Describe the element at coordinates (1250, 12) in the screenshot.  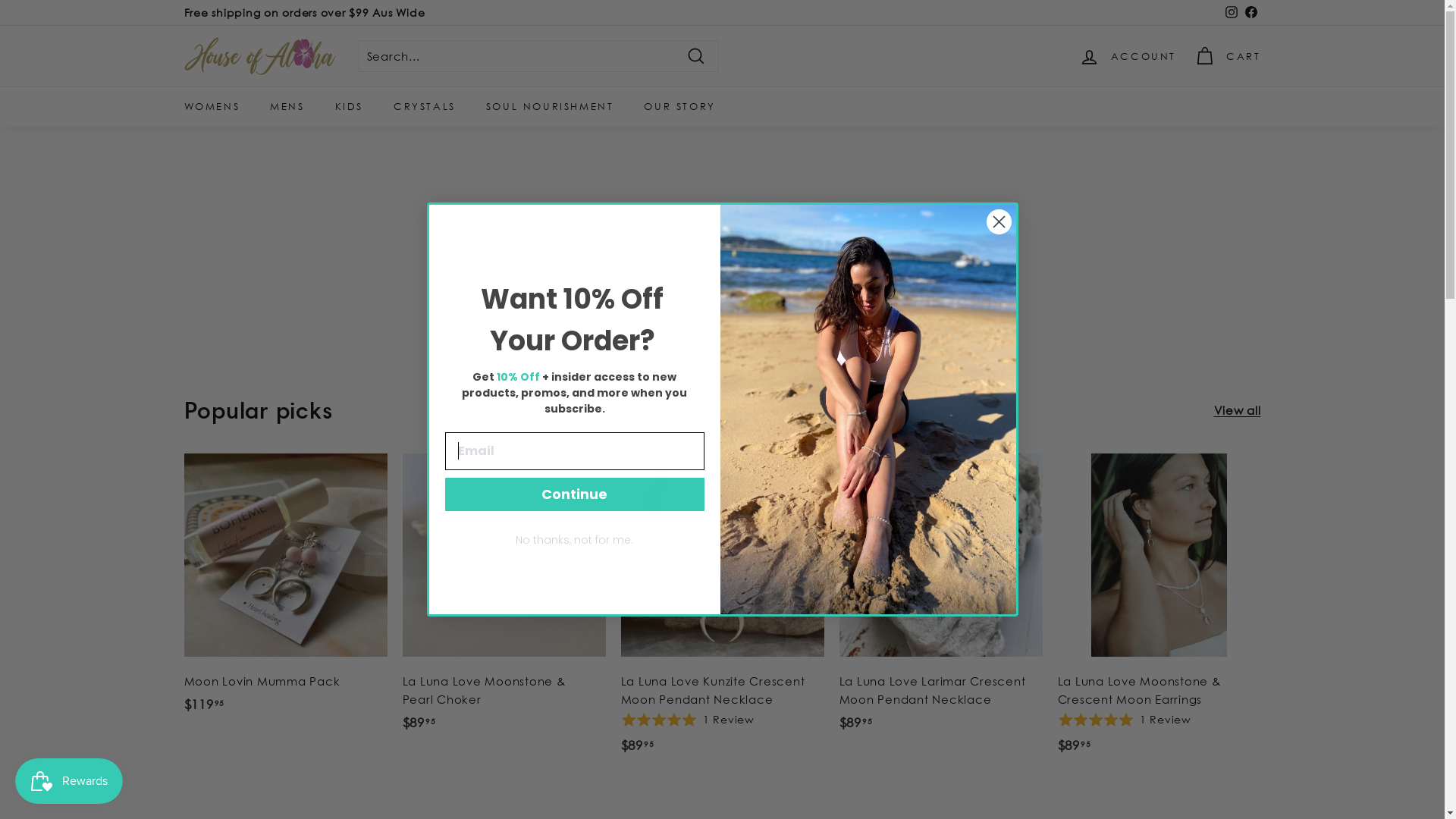
I see `'Facebook'` at that location.